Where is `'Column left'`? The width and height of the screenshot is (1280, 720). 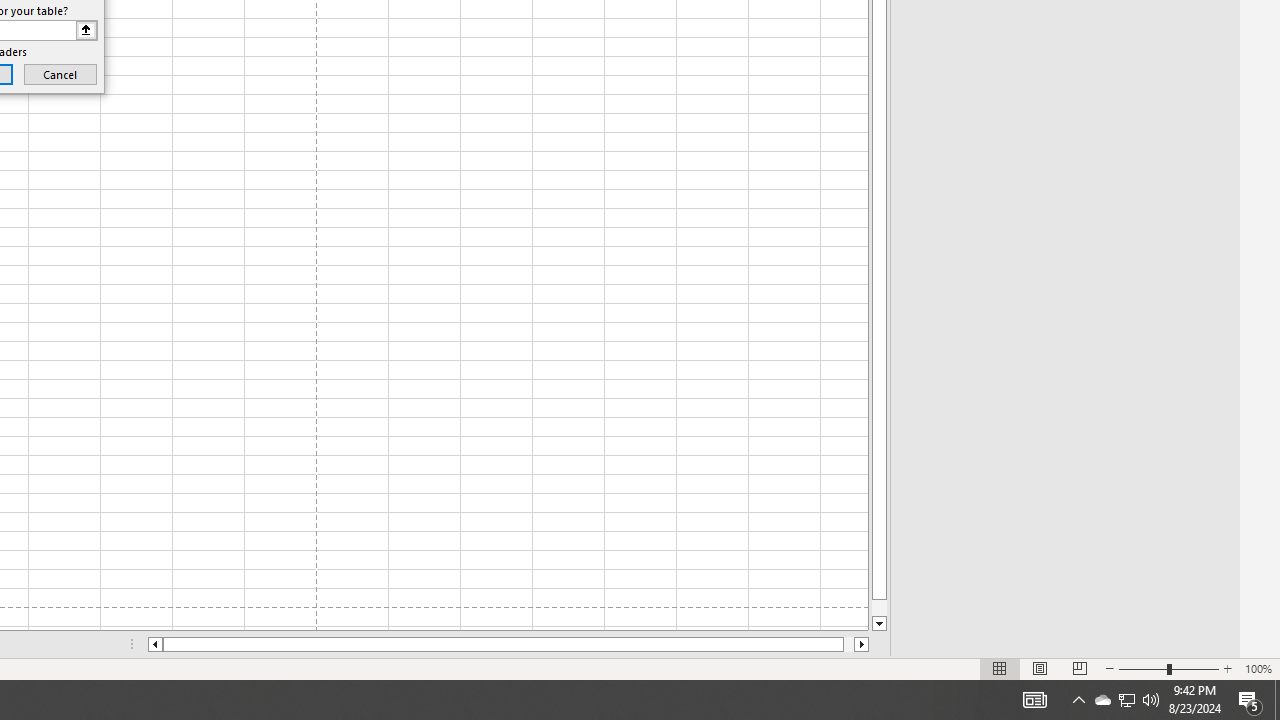
'Column left' is located at coordinates (153, 644).